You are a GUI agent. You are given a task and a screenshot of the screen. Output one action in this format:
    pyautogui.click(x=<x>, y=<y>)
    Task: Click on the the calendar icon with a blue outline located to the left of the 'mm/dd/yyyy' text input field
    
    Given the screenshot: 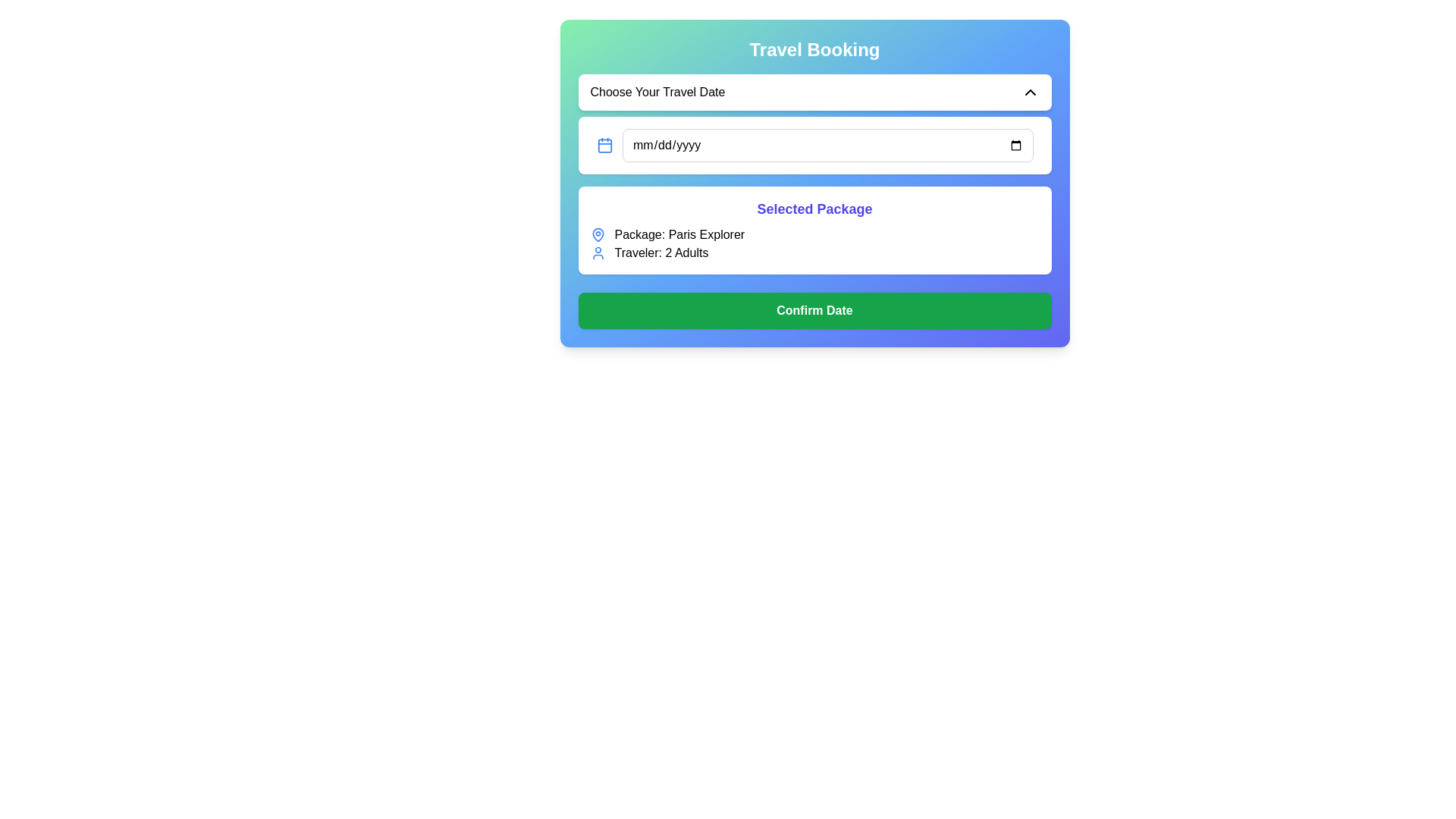 What is the action you would take?
    pyautogui.click(x=604, y=146)
    